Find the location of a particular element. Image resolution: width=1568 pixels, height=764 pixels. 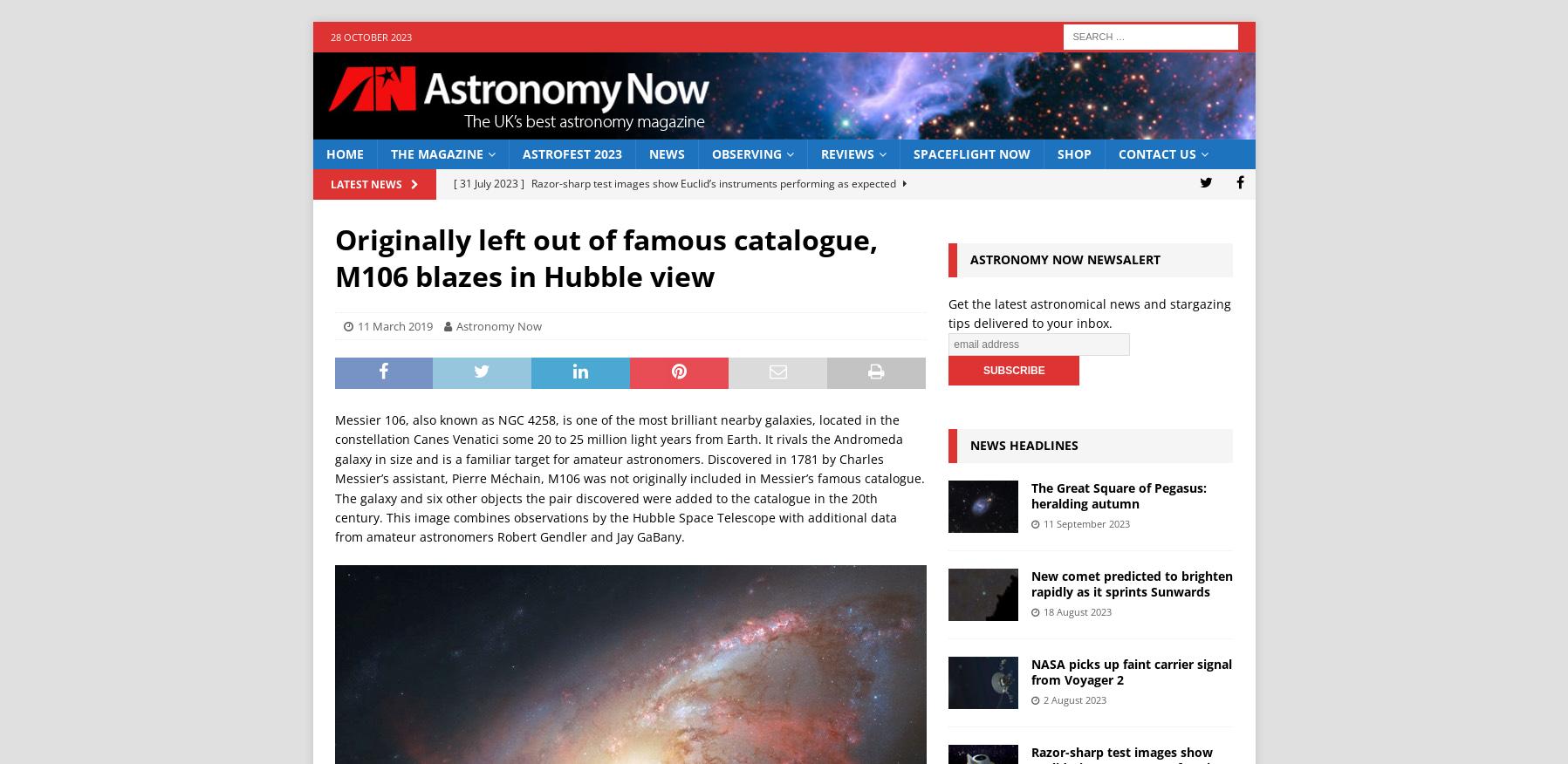

'28 October 2023' is located at coordinates (369, 36).